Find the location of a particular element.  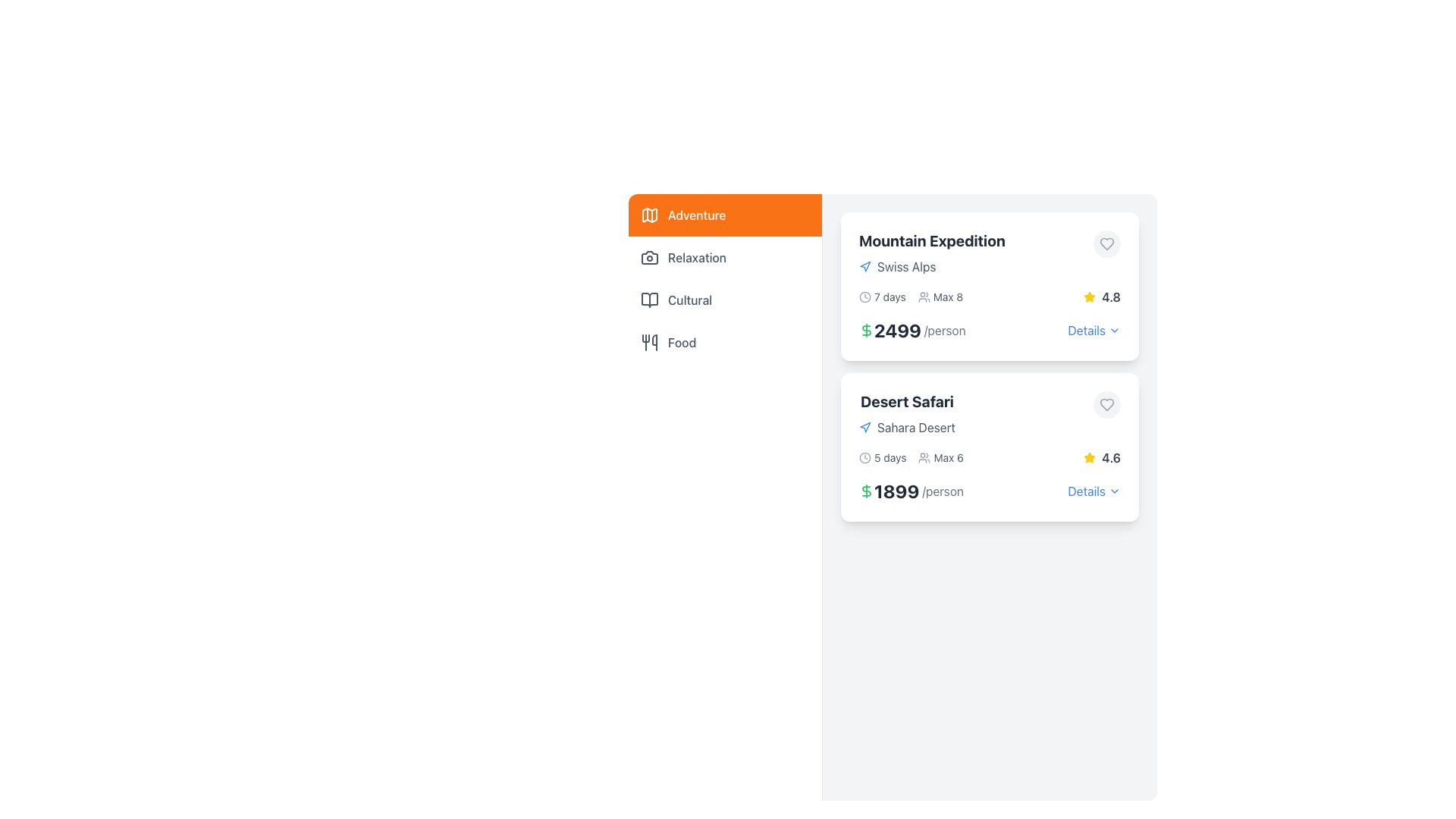

the numerical pricing detail text label that appears immediately to the right of the green dollar sign and is followed by '/person' is located at coordinates (898, 329).